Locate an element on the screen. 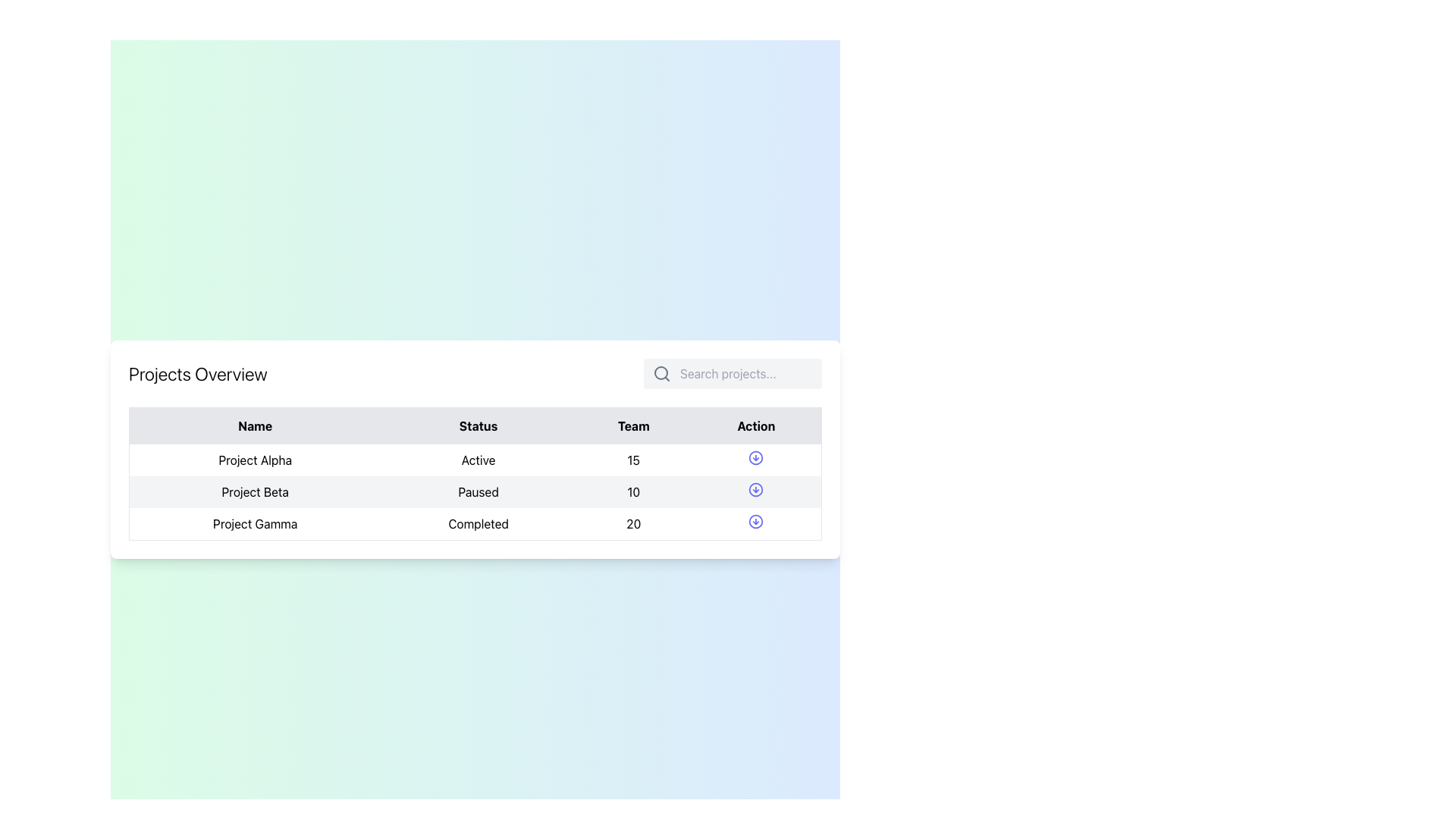 This screenshot has height=819, width=1456. text from the static content element labeled 'Project Alpha' in the first column of the table is located at coordinates (255, 459).